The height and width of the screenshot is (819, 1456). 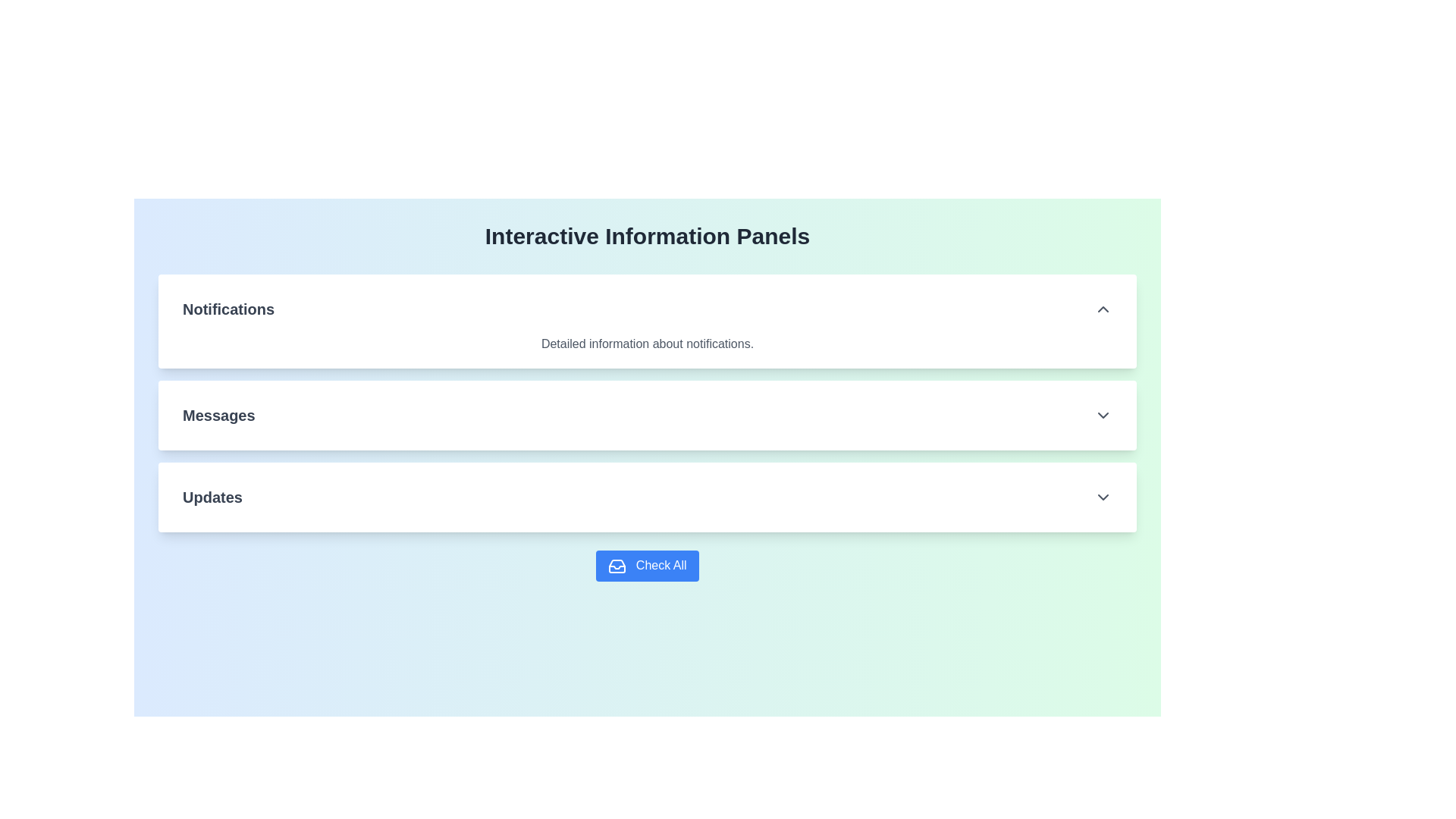 I want to click on the 'Check All' button, which is a blue rectangular button with rounded corners and white text, located near the bottom center of the interface, so click(x=648, y=566).